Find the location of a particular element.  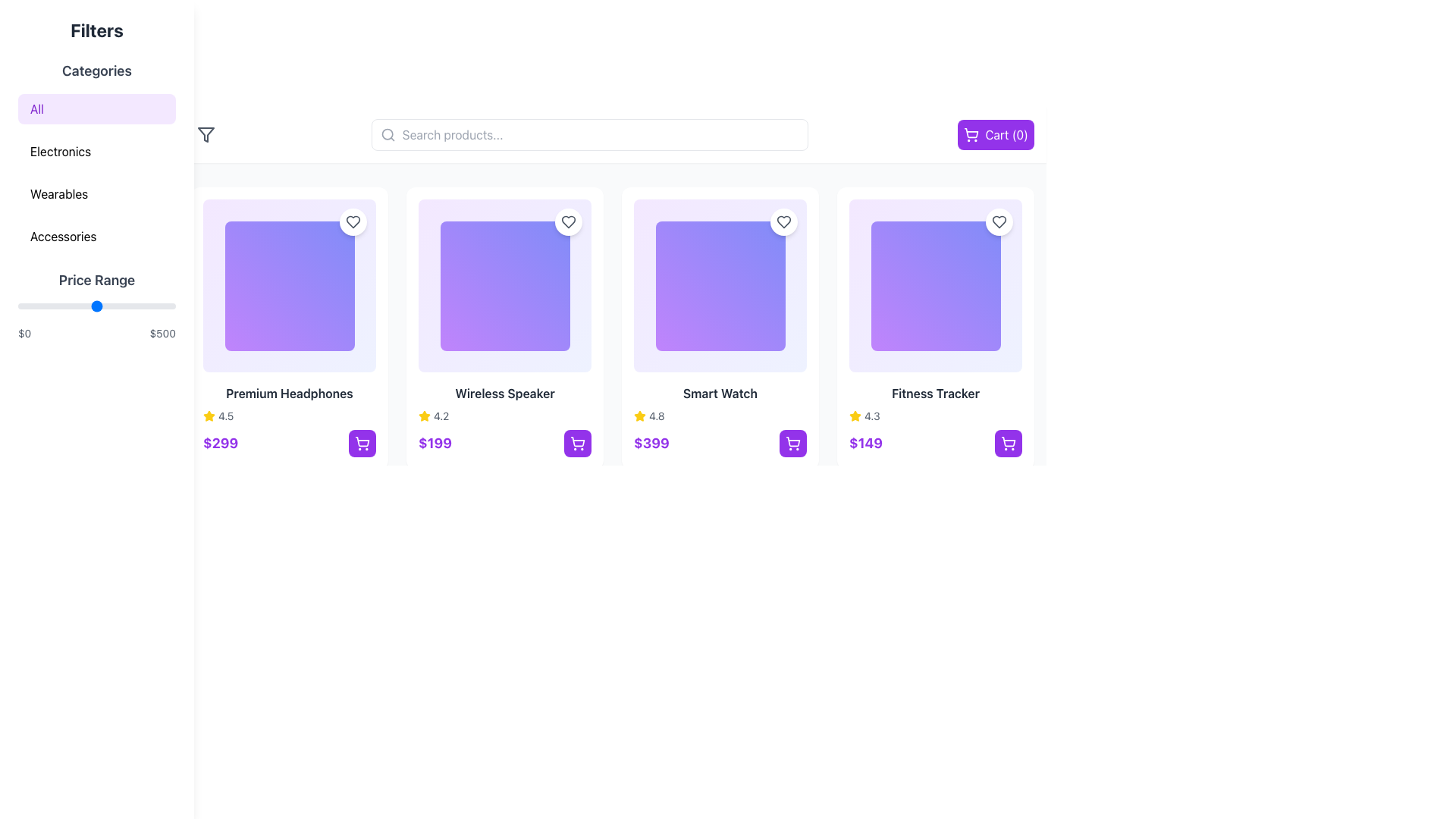

the button with a purple background and white rounded borders, featuring a white shopping cart icon, located at the bottom-right corner of the 'Smart Watch' product card is located at coordinates (792, 444).